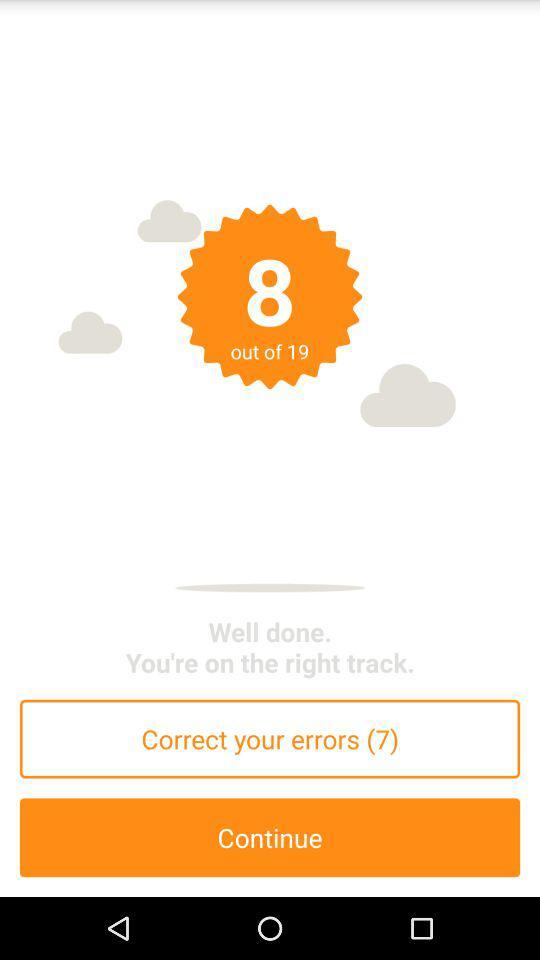 The height and width of the screenshot is (960, 540). I want to click on app below the correct your errors app, so click(270, 837).